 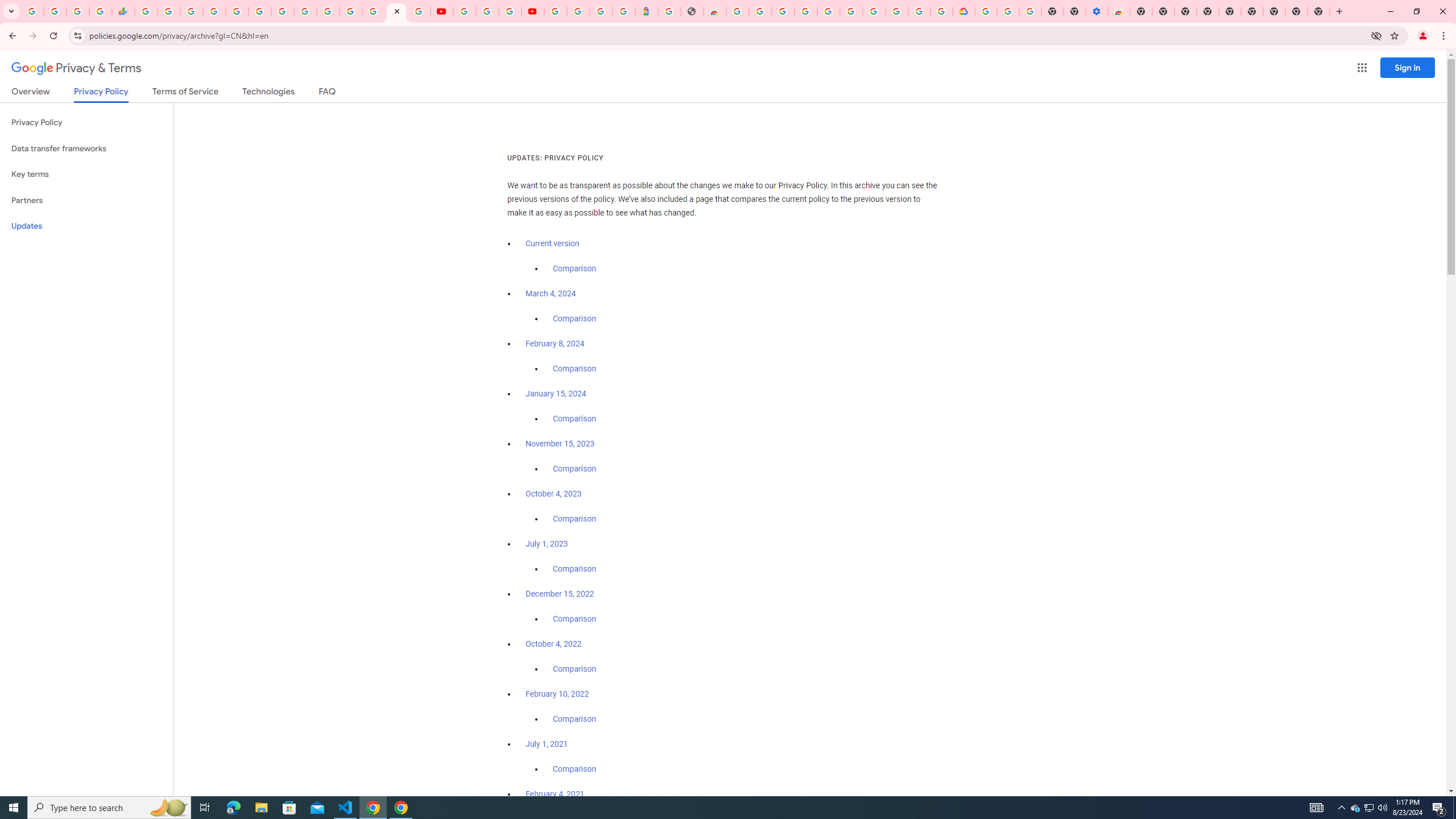 I want to click on 'Turn cookies on or off - Computer - Google Account Help', so click(x=1029, y=11).